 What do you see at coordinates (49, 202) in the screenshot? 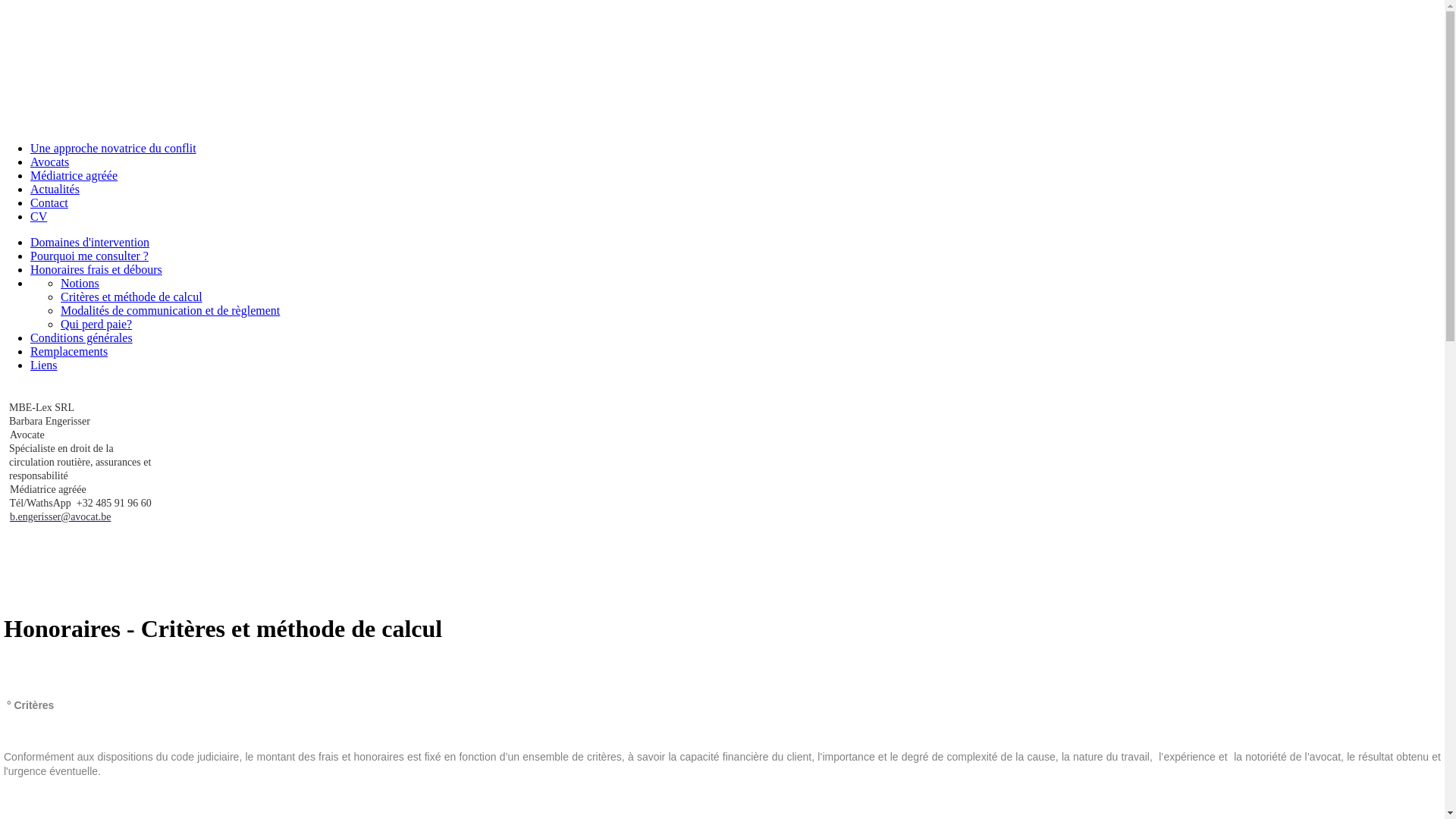
I see `'Contact'` at bounding box center [49, 202].